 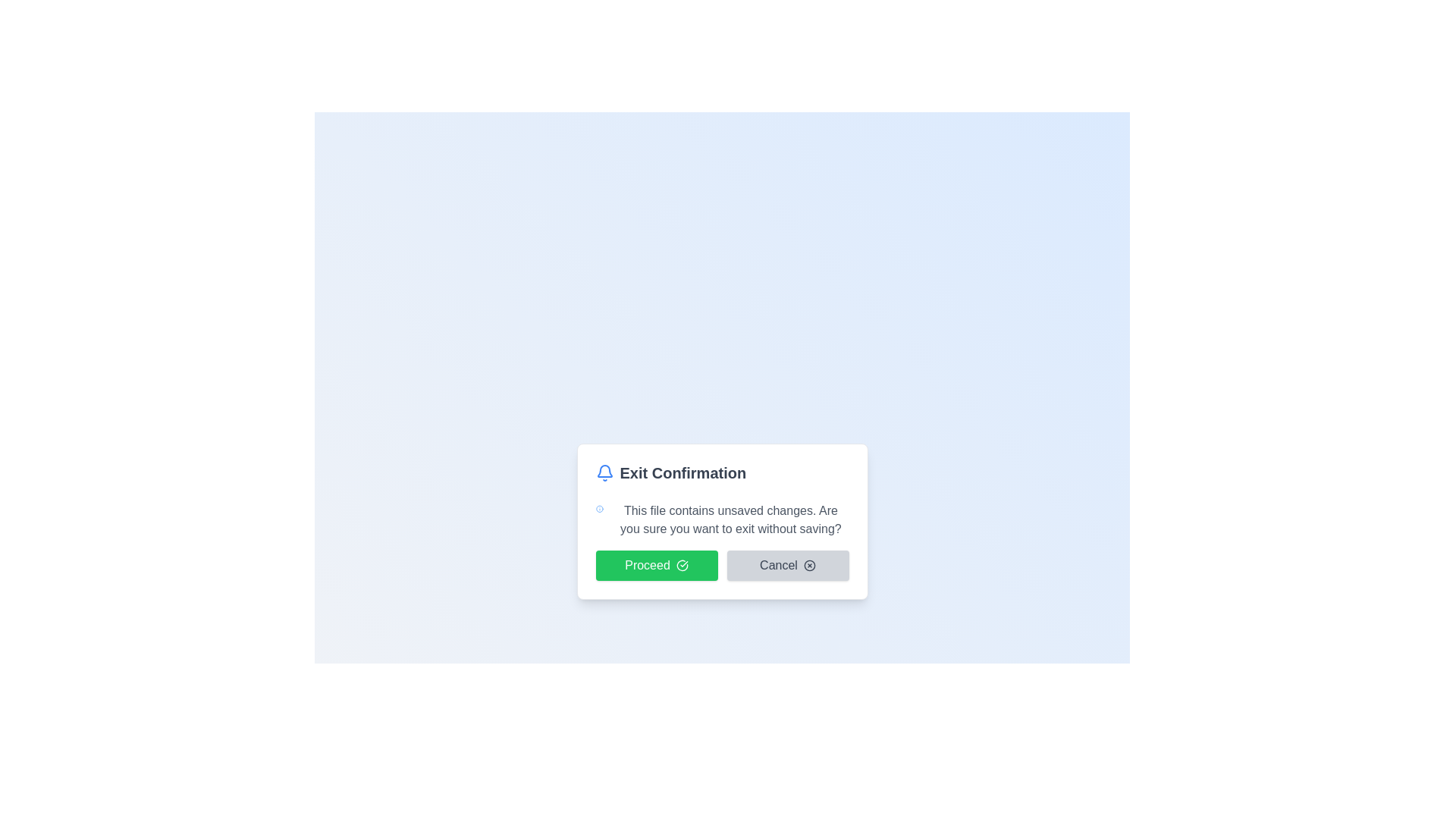 What do you see at coordinates (721, 519) in the screenshot?
I see `the informational text block displaying the message, 'This file contains unsaved changes. Are you sure you want to exit without saving?'` at bounding box center [721, 519].